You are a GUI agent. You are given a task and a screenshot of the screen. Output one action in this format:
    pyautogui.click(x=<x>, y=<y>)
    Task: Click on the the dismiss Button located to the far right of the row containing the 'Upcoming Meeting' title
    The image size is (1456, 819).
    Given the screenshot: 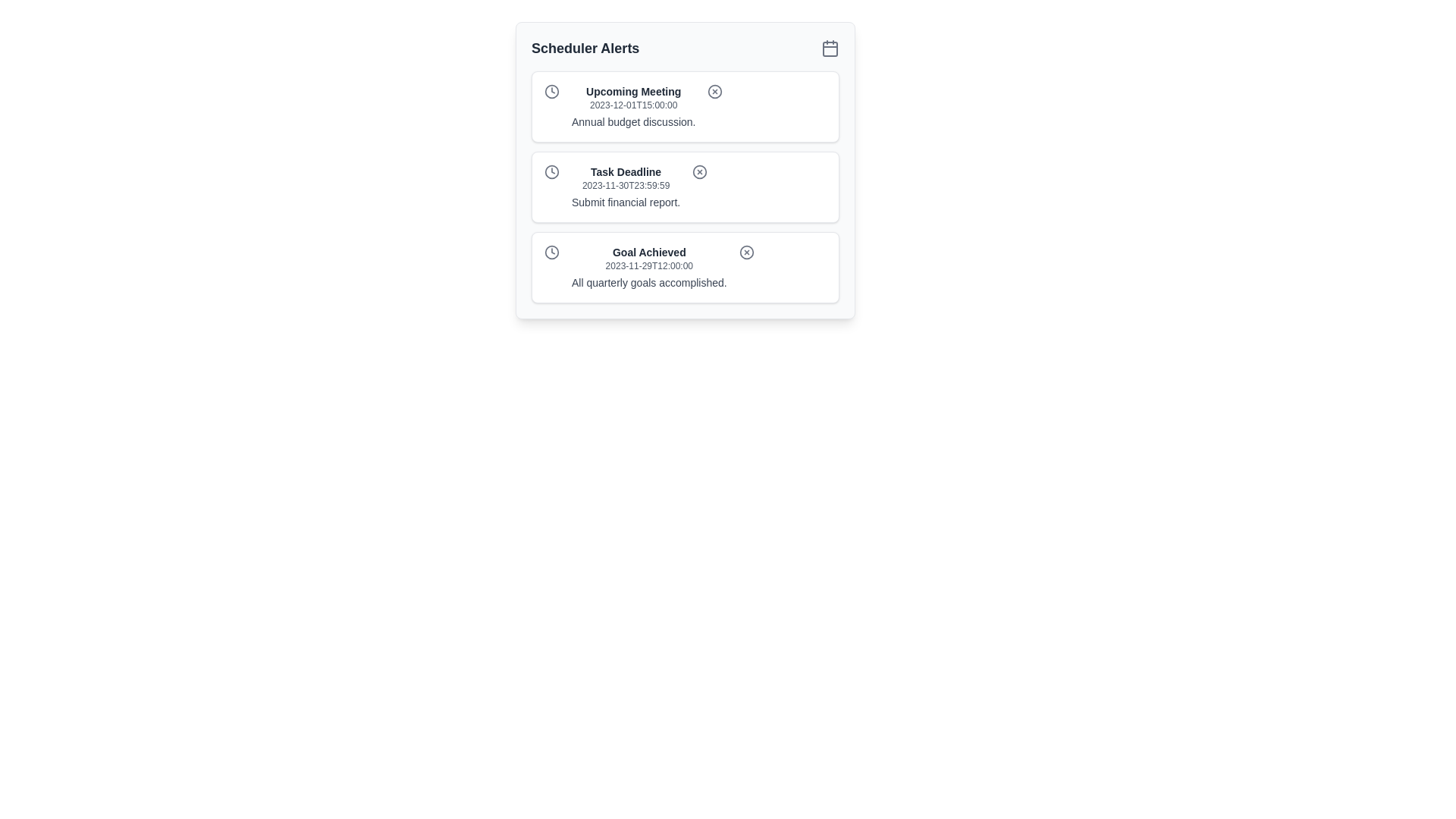 What is the action you would take?
    pyautogui.click(x=714, y=91)
    